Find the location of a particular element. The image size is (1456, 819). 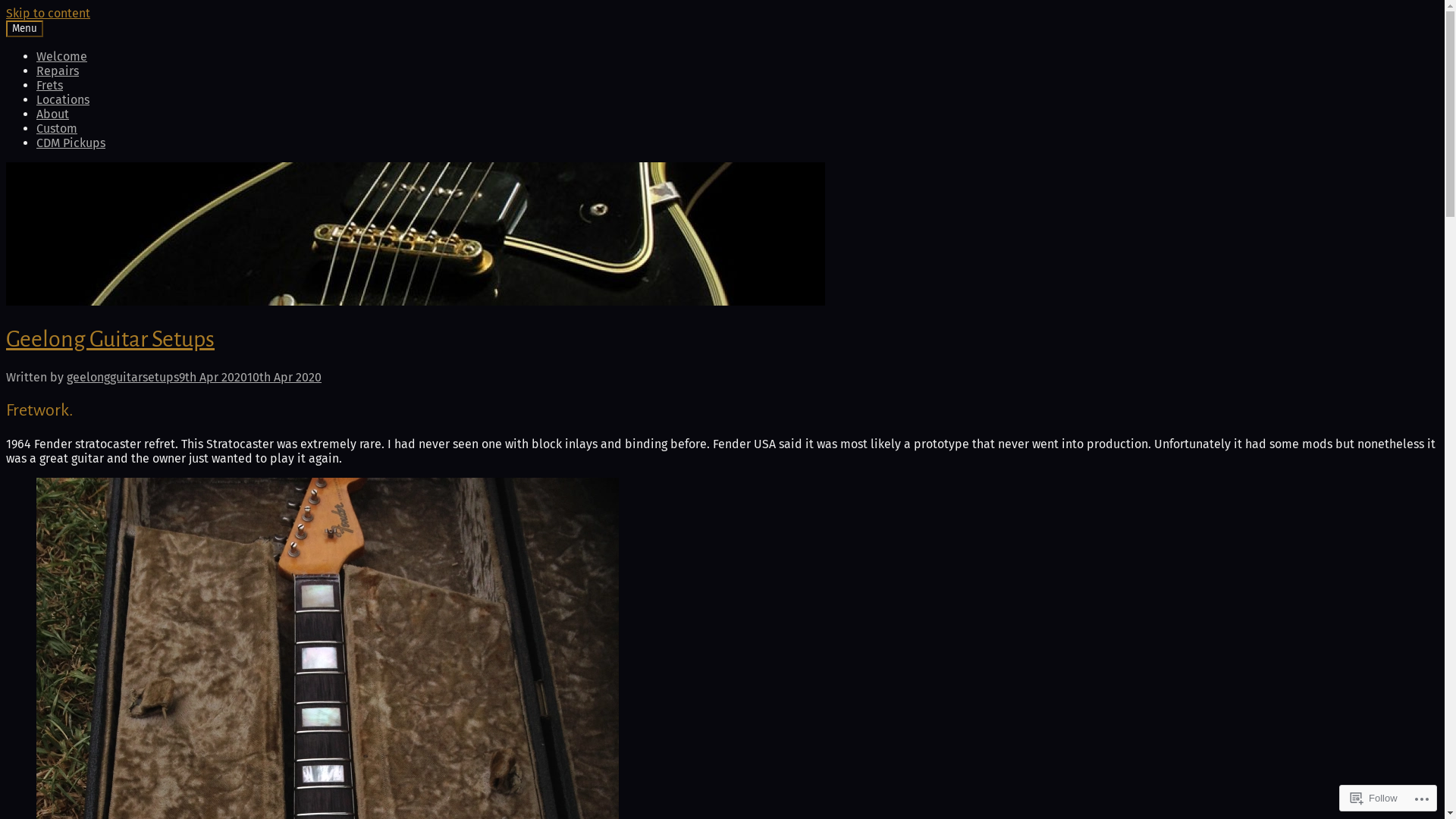

'CDM Pickups' is located at coordinates (70, 143).